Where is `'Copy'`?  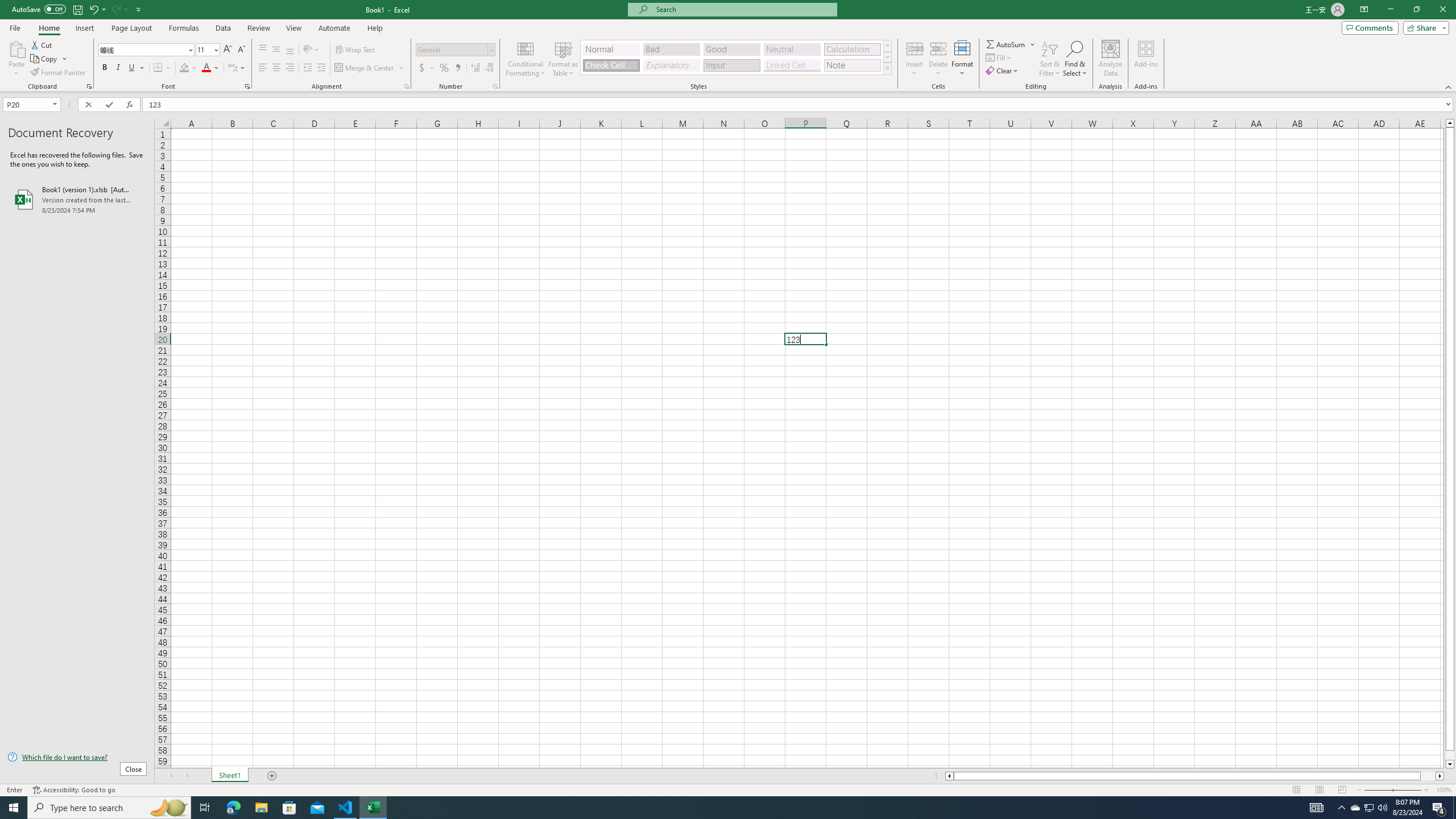 'Copy' is located at coordinates (49, 59).